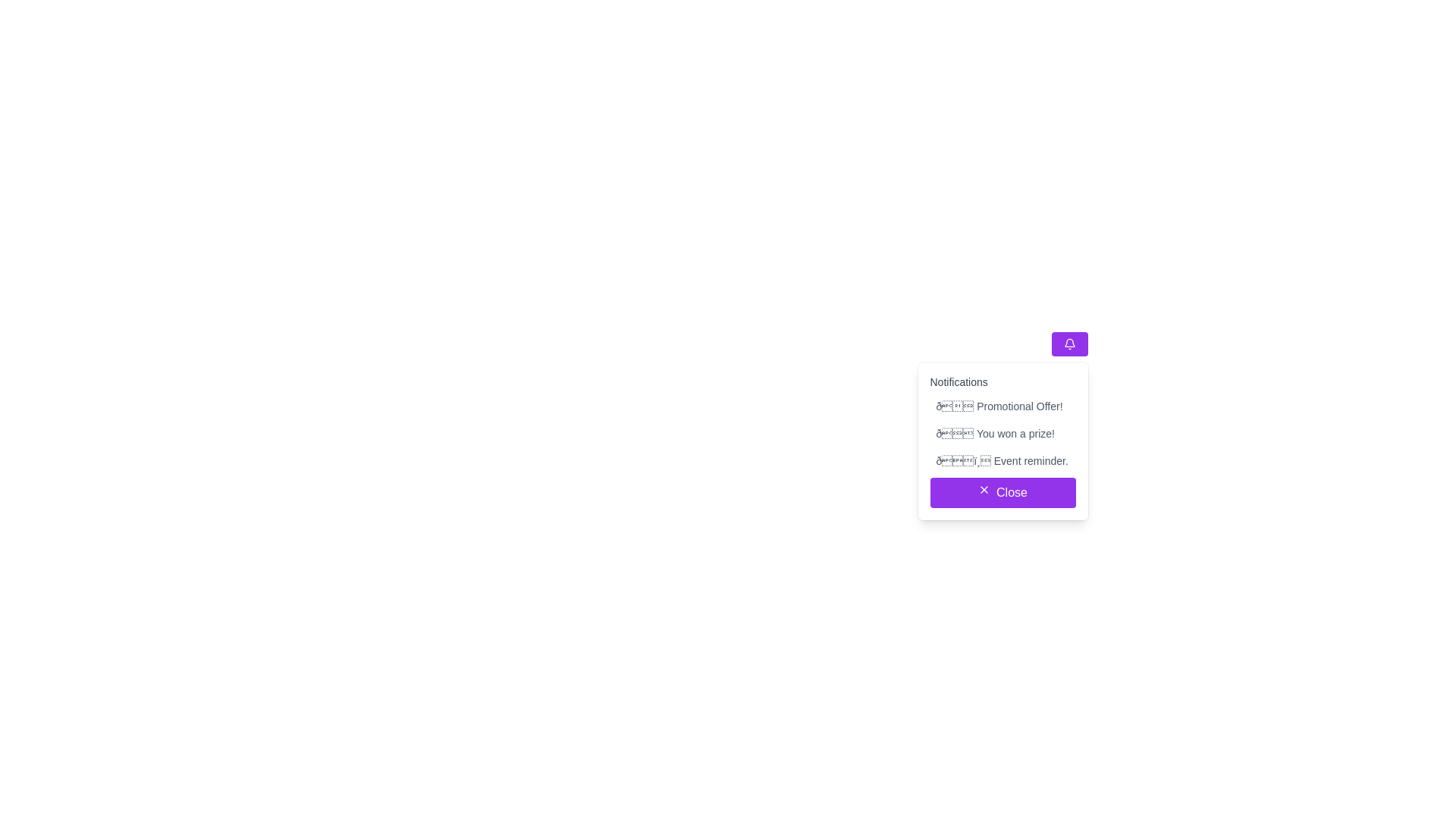 This screenshot has height=819, width=1456. Describe the element at coordinates (1003, 493) in the screenshot. I see `the 'Close' button with a purple background and white text located at the bottom of the dropdown menu` at that location.